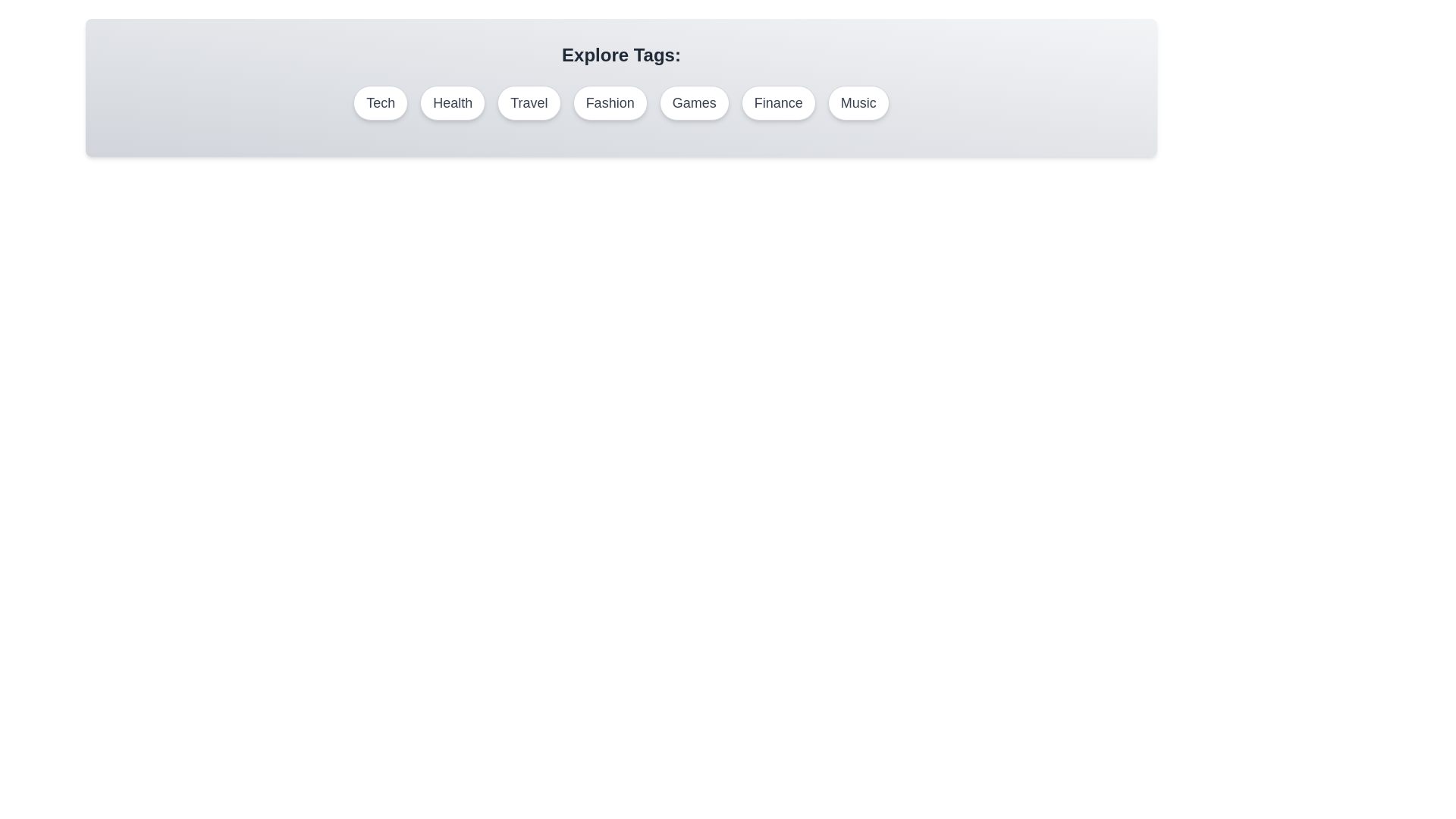  I want to click on the tag labeled Games to deselect it, so click(693, 102).